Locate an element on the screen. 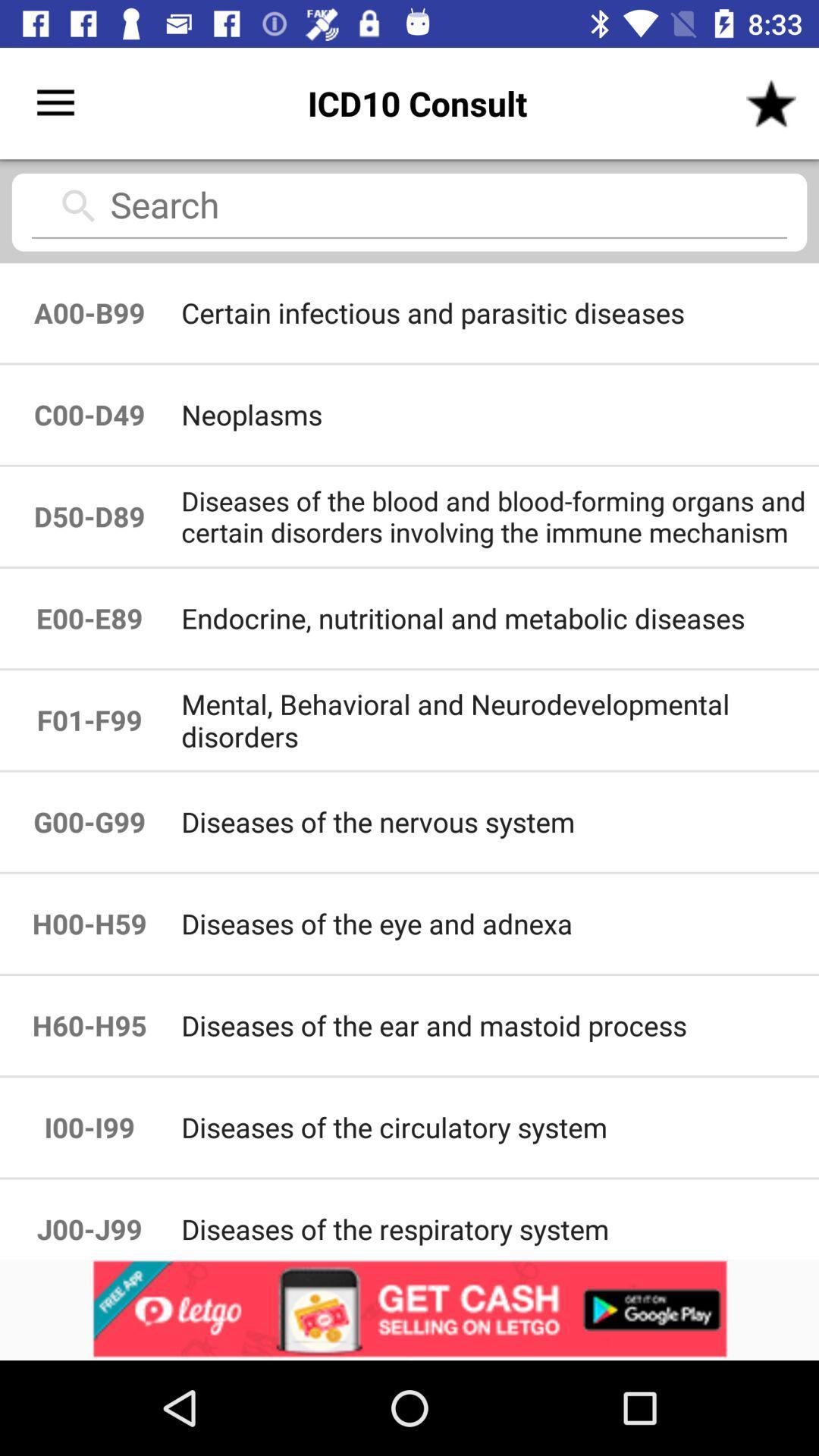 This screenshot has height=1456, width=819. the icon to the left of diseases of the icon is located at coordinates (89, 1025).